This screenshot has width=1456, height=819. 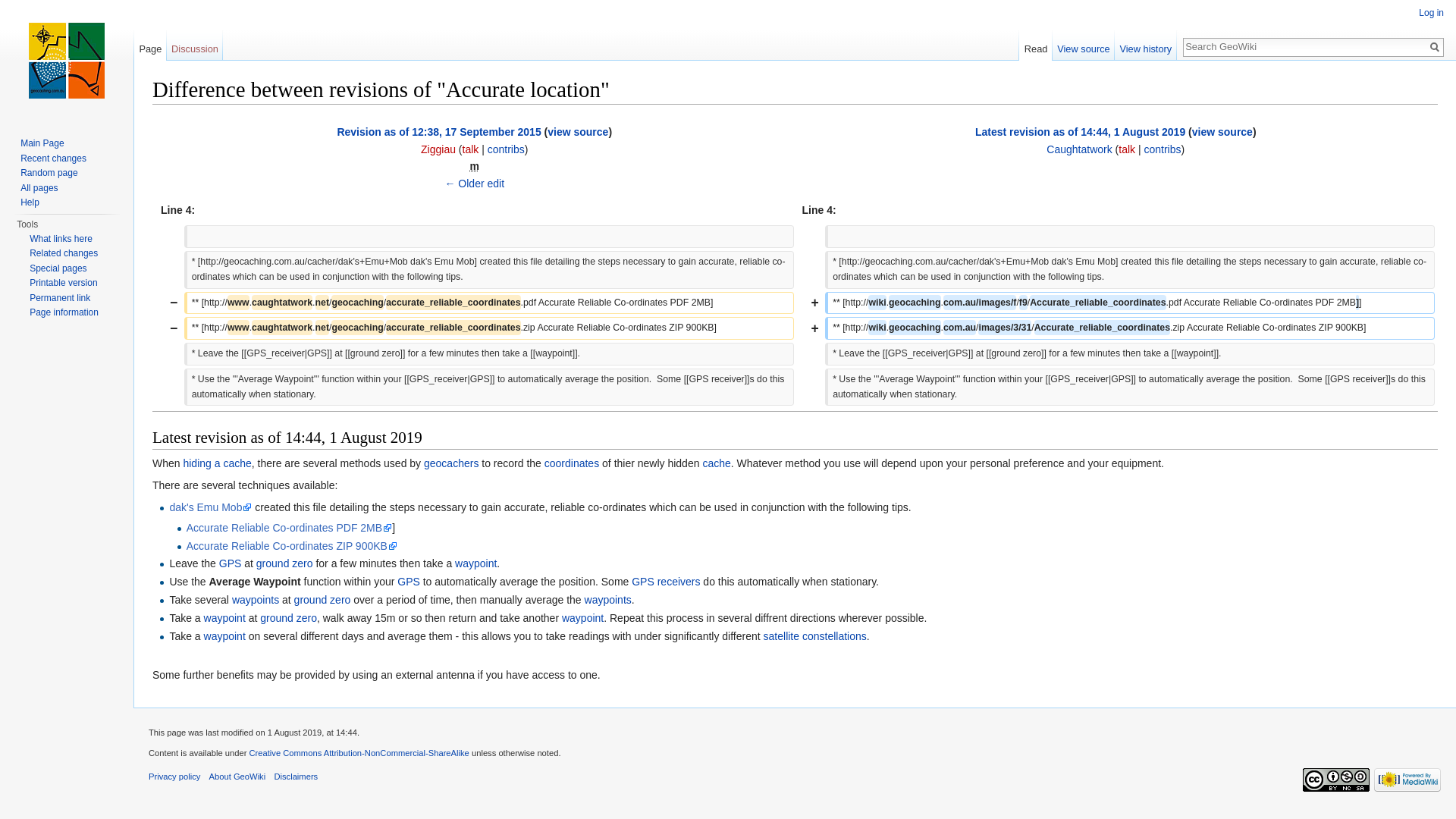 I want to click on 'contribs', so click(x=1161, y=149).